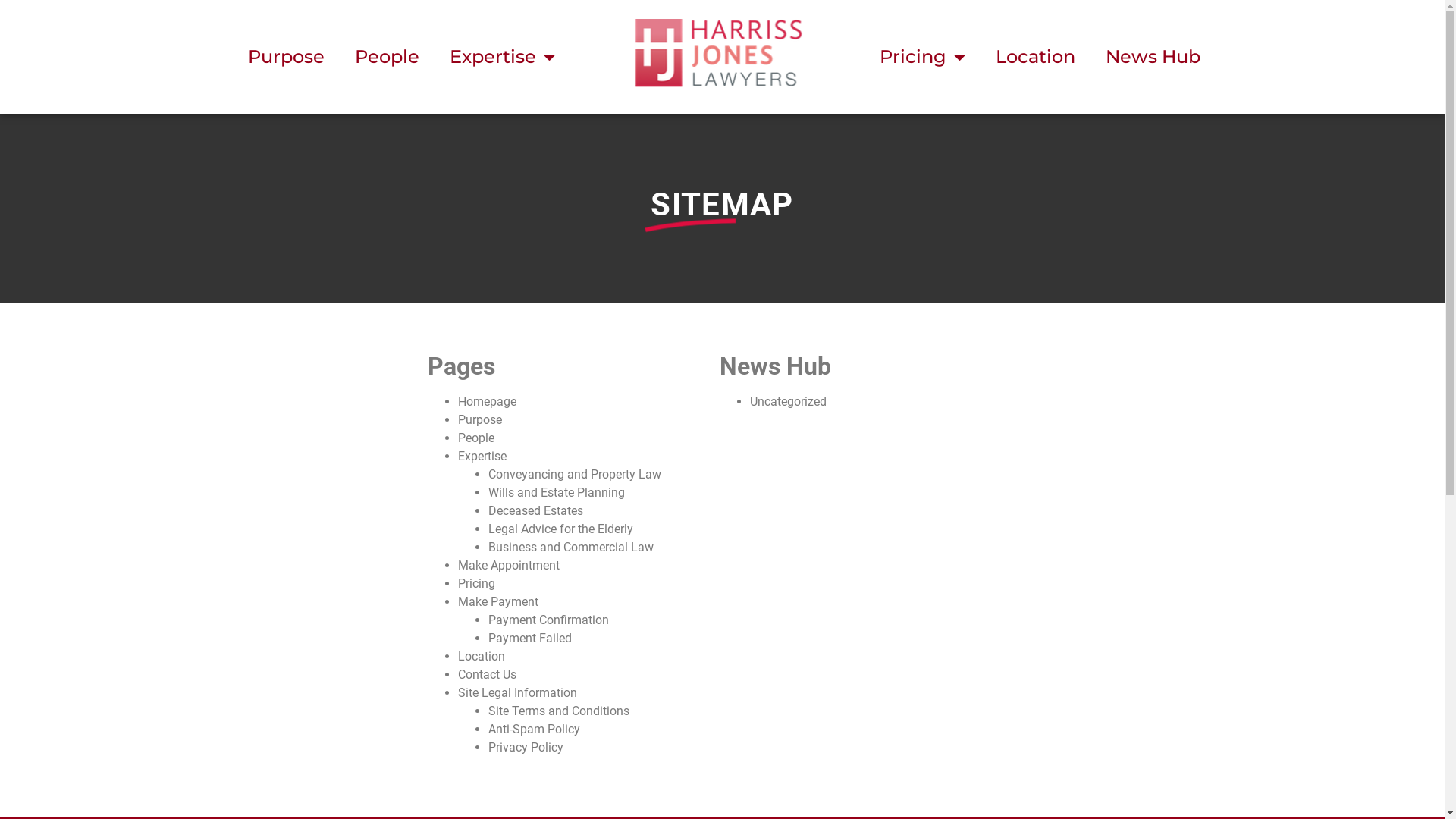 The image size is (1456, 819). Describe the element at coordinates (338, 55) in the screenshot. I see `'People'` at that location.